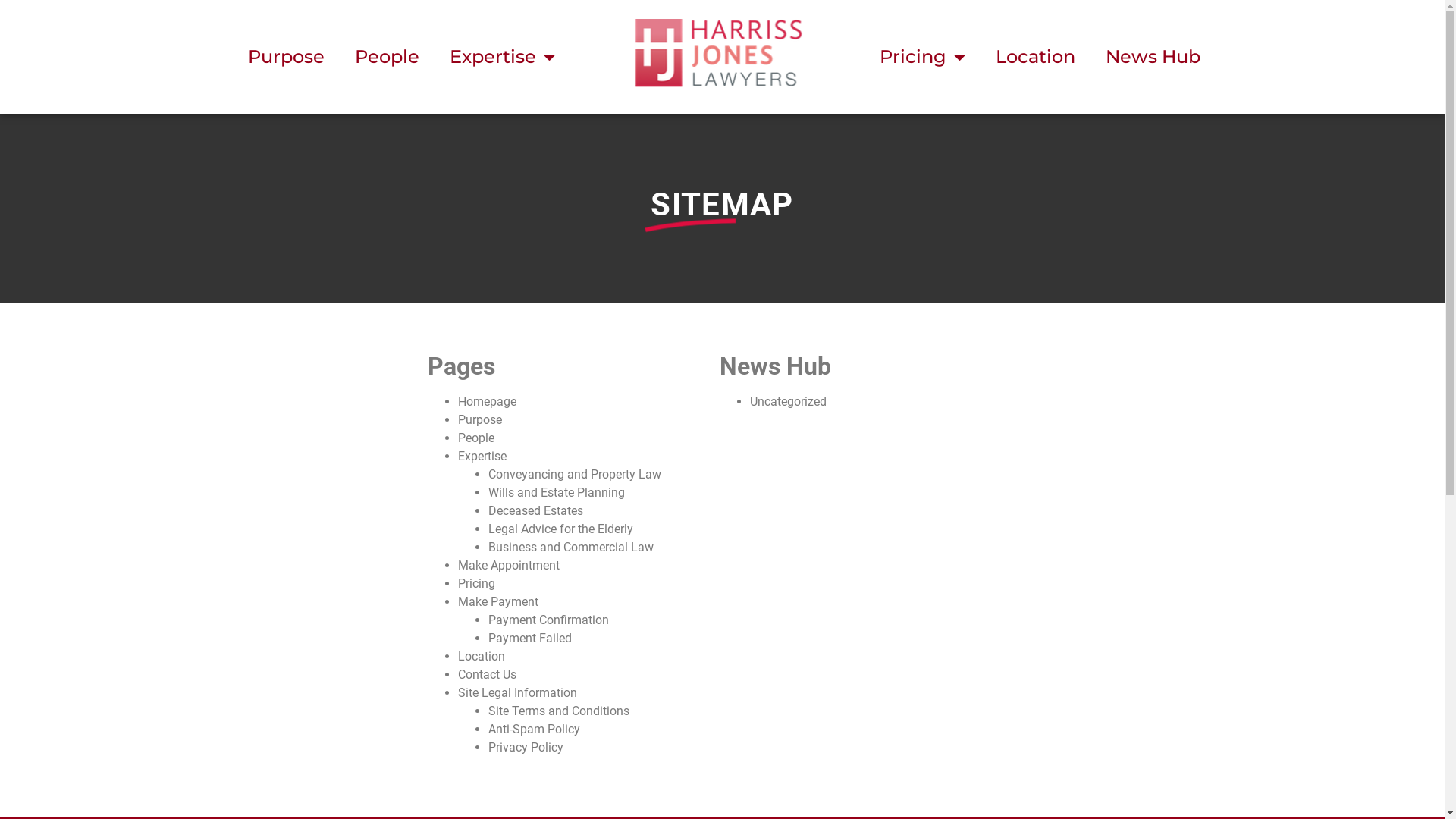 The image size is (1456, 819). Describe the element at coordinates (338, 55) in the screenshot. I see `'People'` at that location.